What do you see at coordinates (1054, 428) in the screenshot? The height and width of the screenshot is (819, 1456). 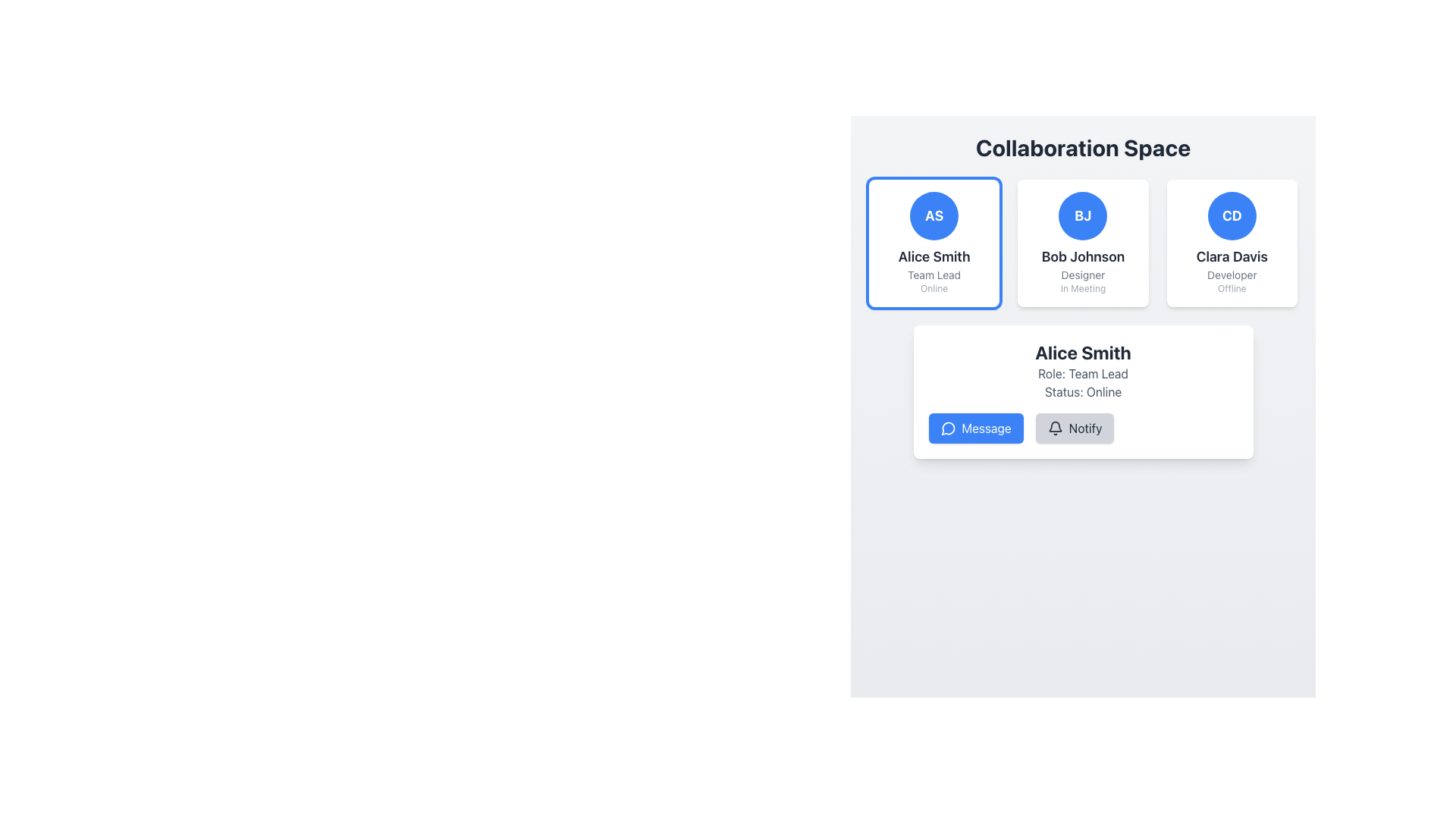 I see `the 'Notify' button` at bounding box center [1054, 428].